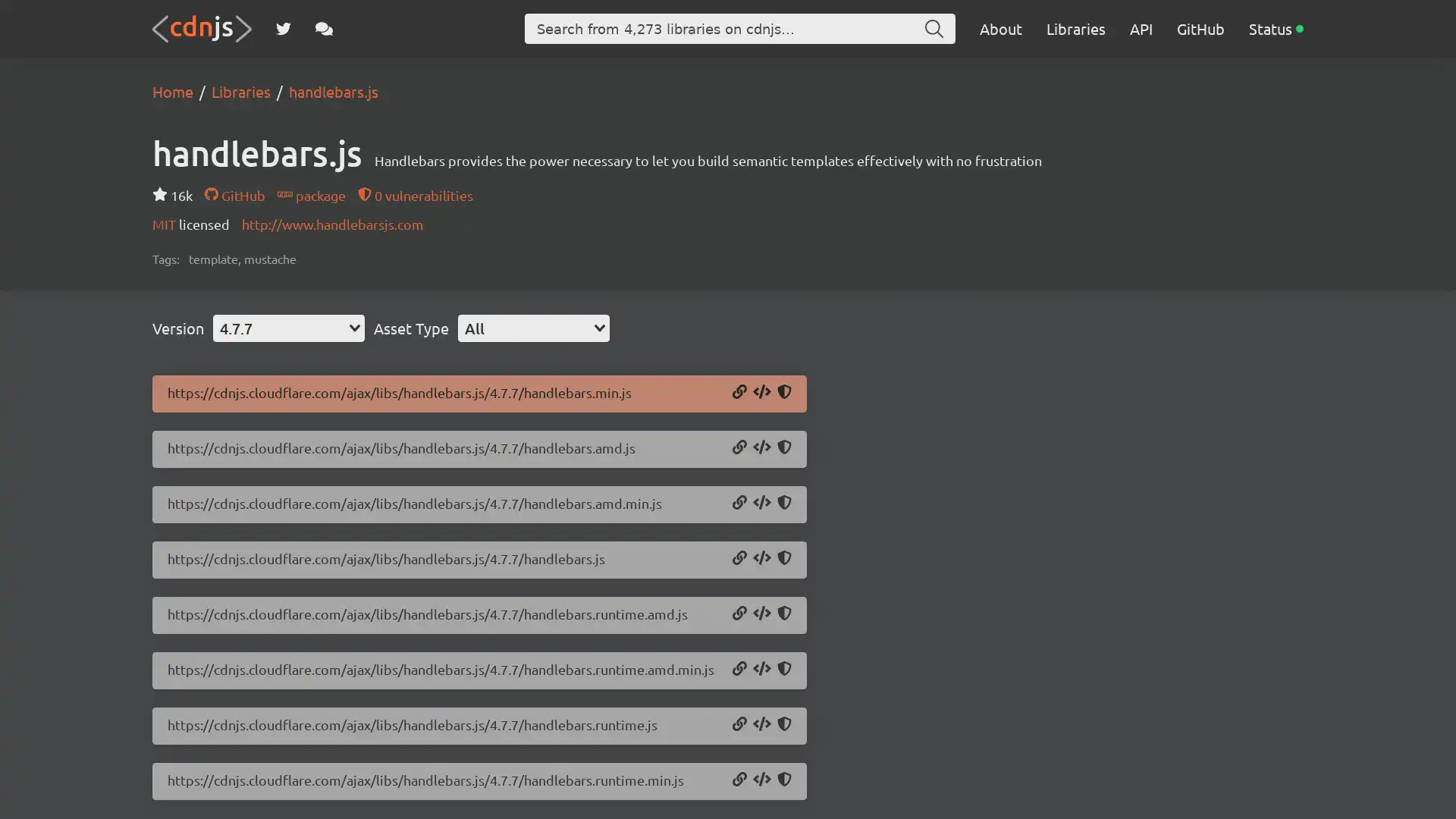 Image resolution: width=1456 pixels, height=819 pixels. Describe the element at coordinates (784, 614) in the screenshot. I see `Copy SRI Hash` at that location.